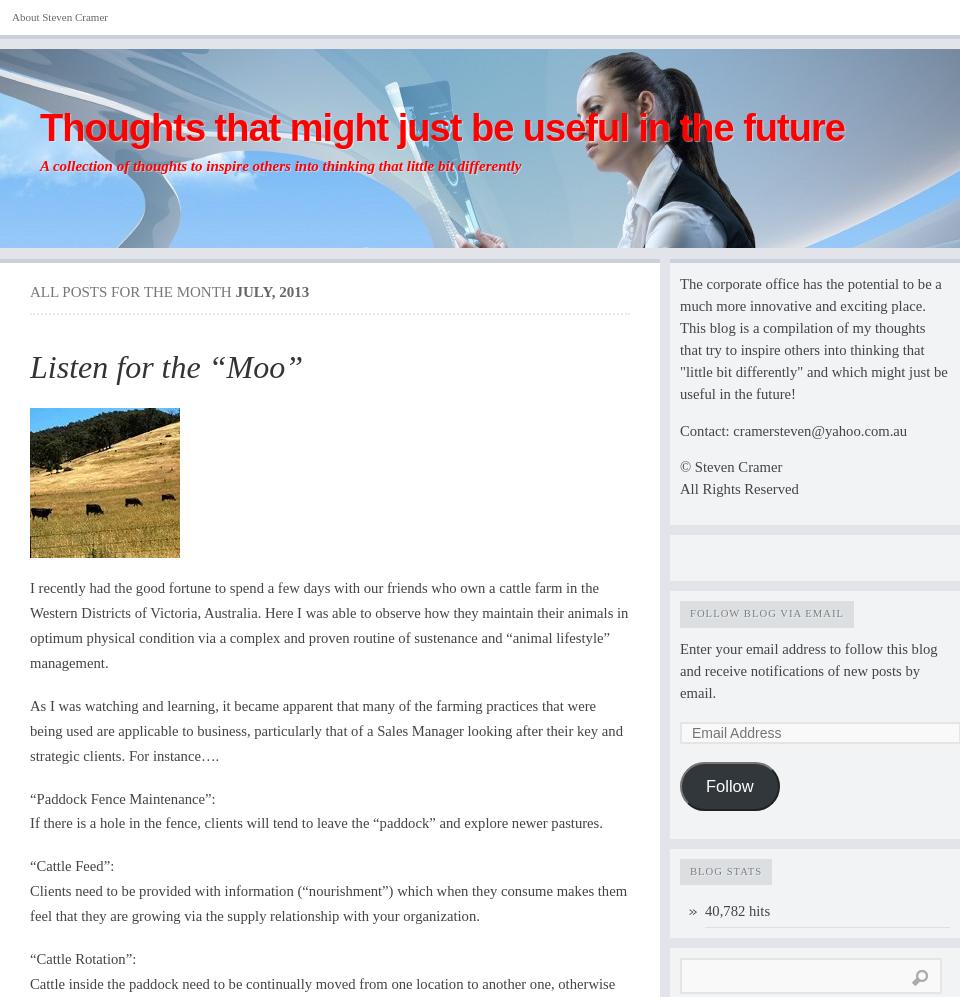 The width and height of the screenshot is (960, 997). Describe the element at coordinates (326, 730) in the screenshot. I see `'As I was watching and learning, it became apparent that many of the farming practices that were being used are applicable to business, particularly that of a Sales Manager looking after their key and strategic clients. For instance….'` at that location.